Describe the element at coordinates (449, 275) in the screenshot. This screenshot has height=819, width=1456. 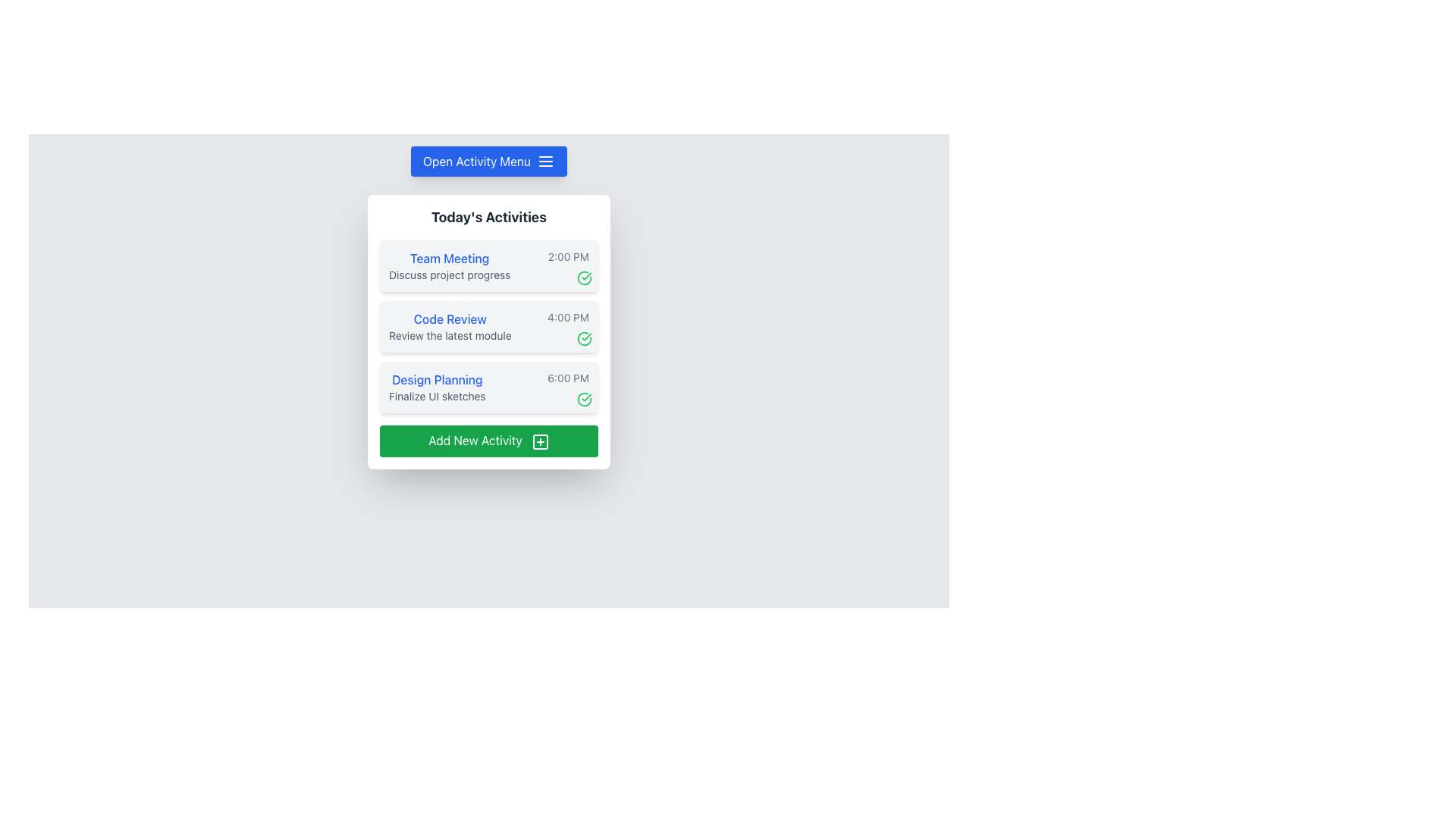
I see `text content of the Text Label displaying 'Discuss project progress', which is styled in a small gray font and positioned below the 'Team Meeting' heading` at that location.